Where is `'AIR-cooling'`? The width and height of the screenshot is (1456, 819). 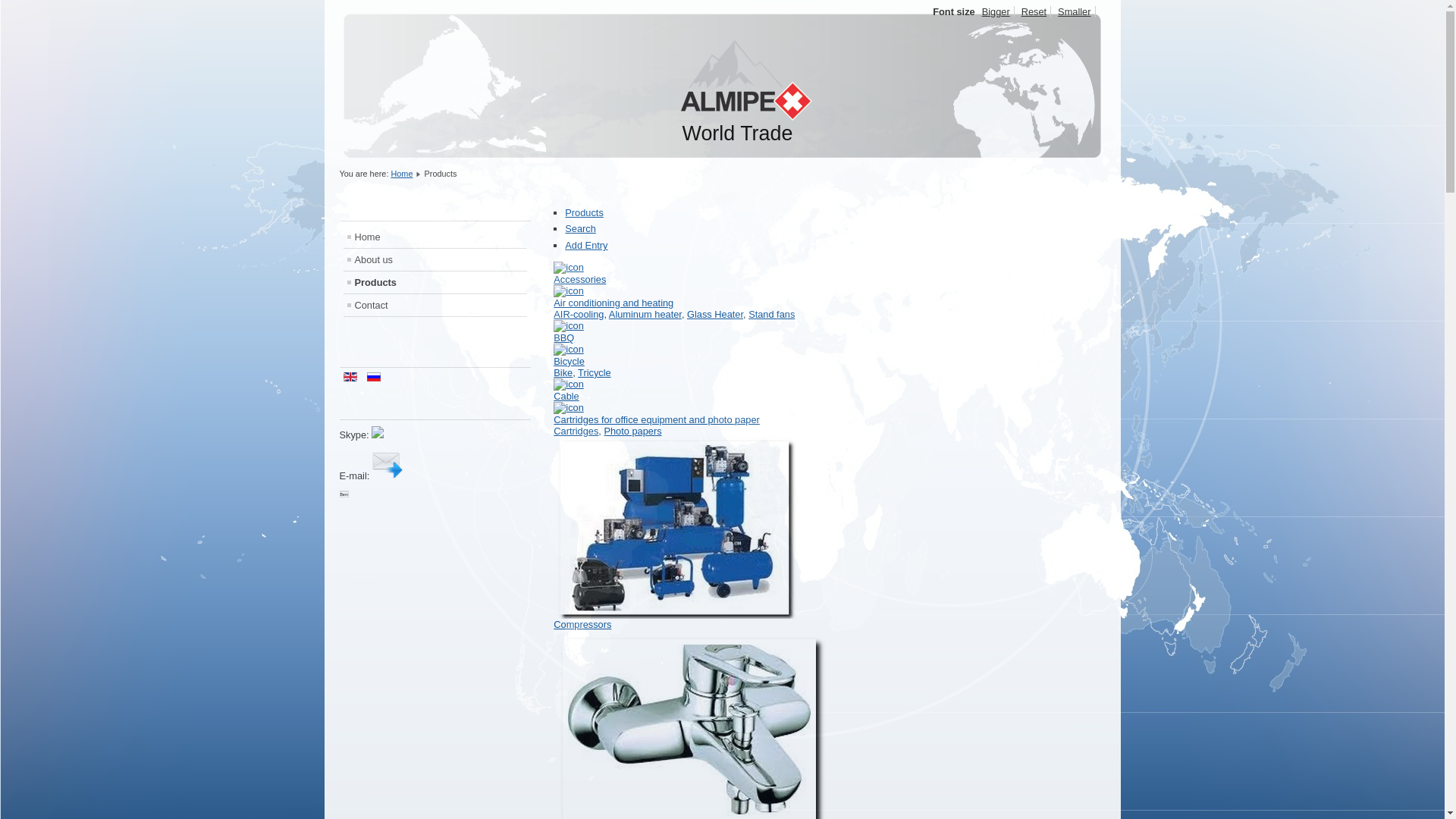
'AIR-cooling' is located at coordinates (578, 313).